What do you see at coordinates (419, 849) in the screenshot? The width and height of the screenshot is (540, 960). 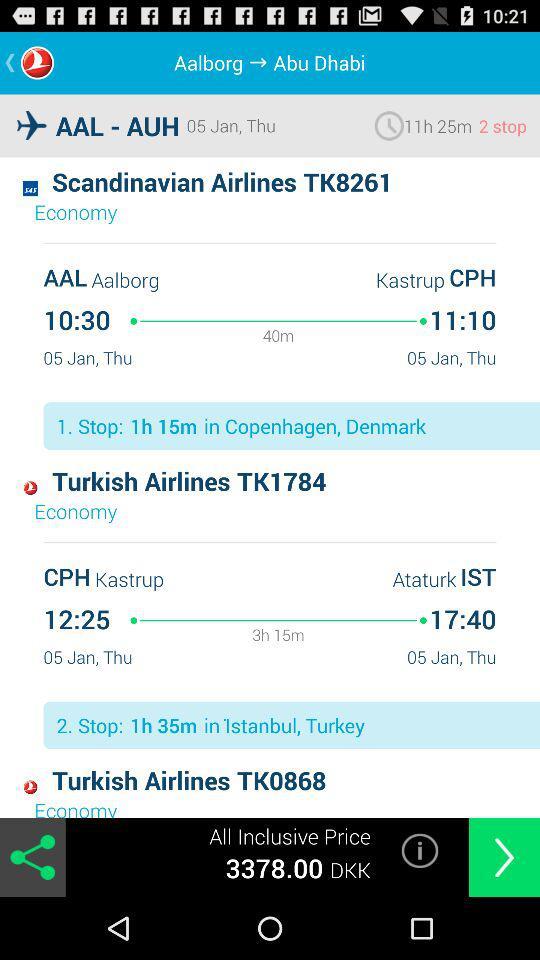 I see `information` at bounding box center [419, 849].